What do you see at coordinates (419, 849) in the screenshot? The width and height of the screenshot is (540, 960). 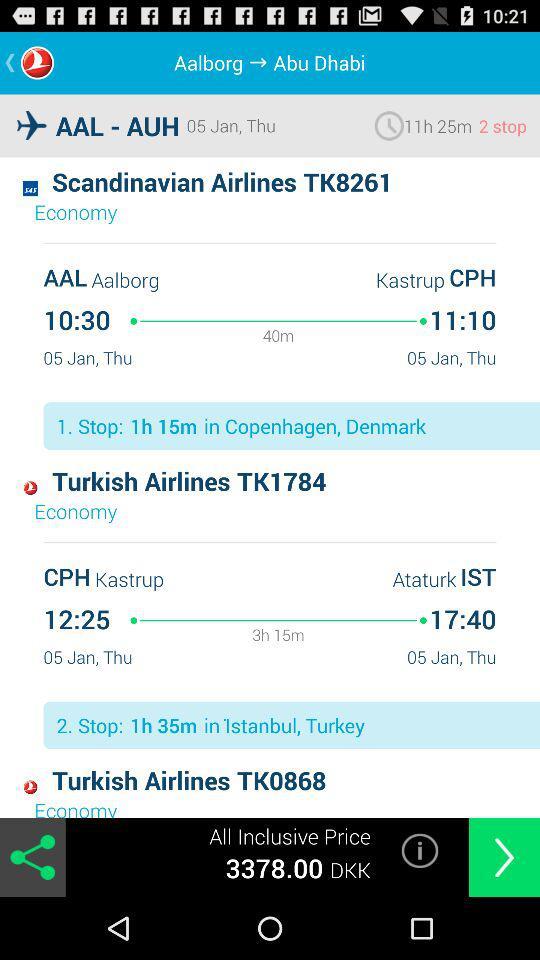 I see `information` at bounding box center [419, 849].